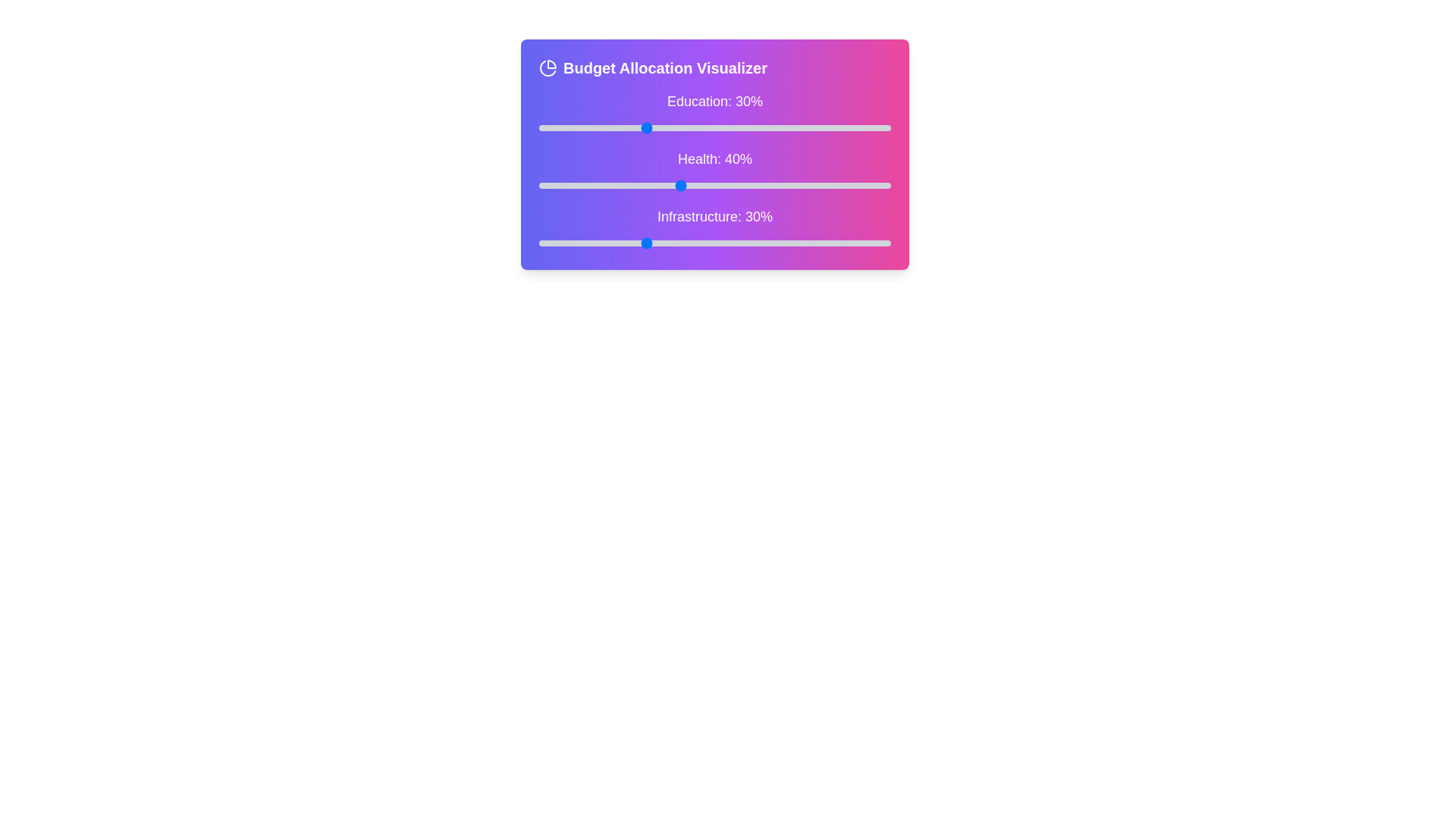  Describe the element at coordinates (714, 228) in the screenshot. I see `the 'Infrastructure: 30%' label or the slider below it to interact with the slider element` at that location.